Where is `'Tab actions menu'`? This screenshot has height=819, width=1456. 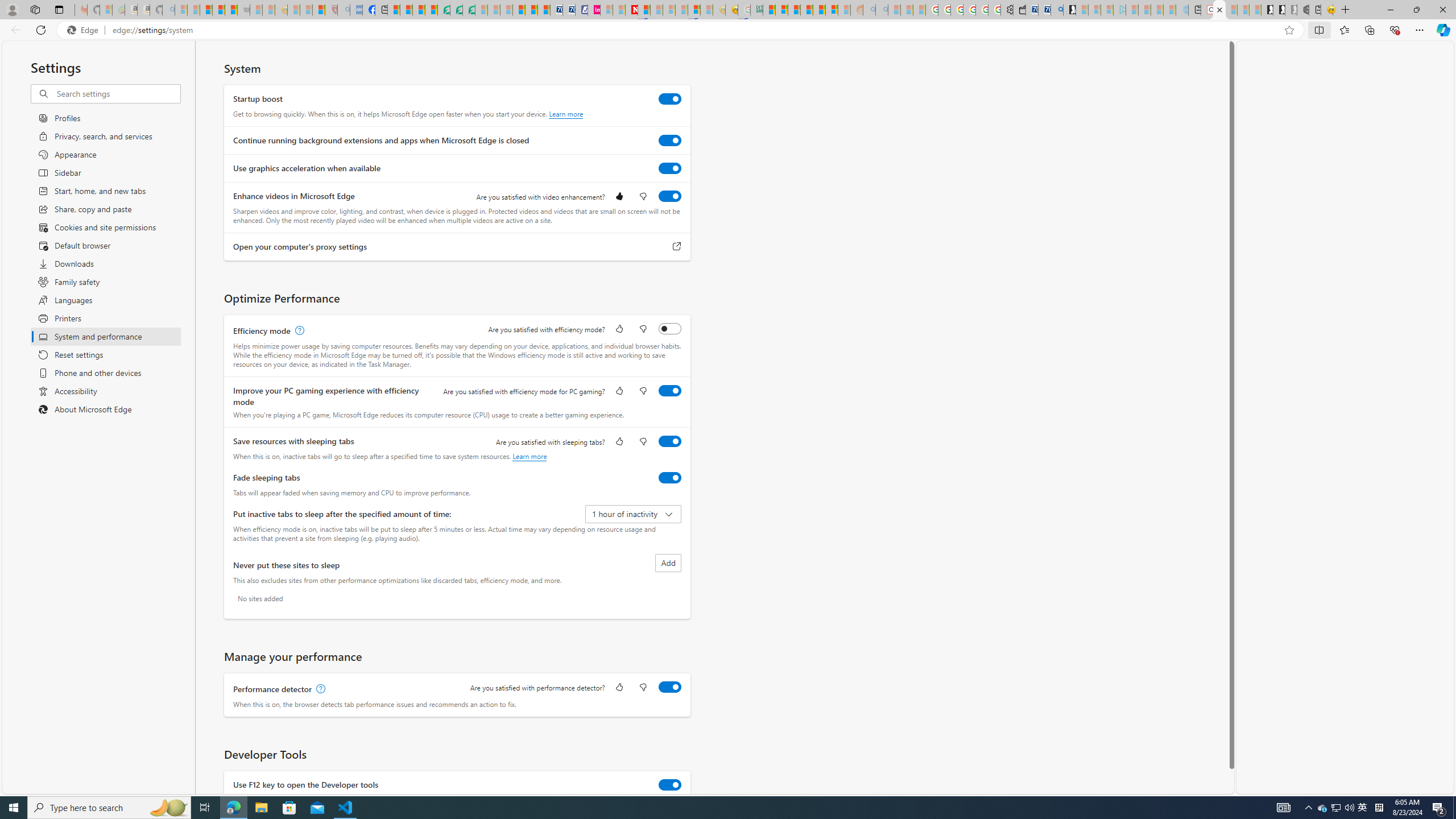 'Tab actions menu' is located at coordinates (58, 9).